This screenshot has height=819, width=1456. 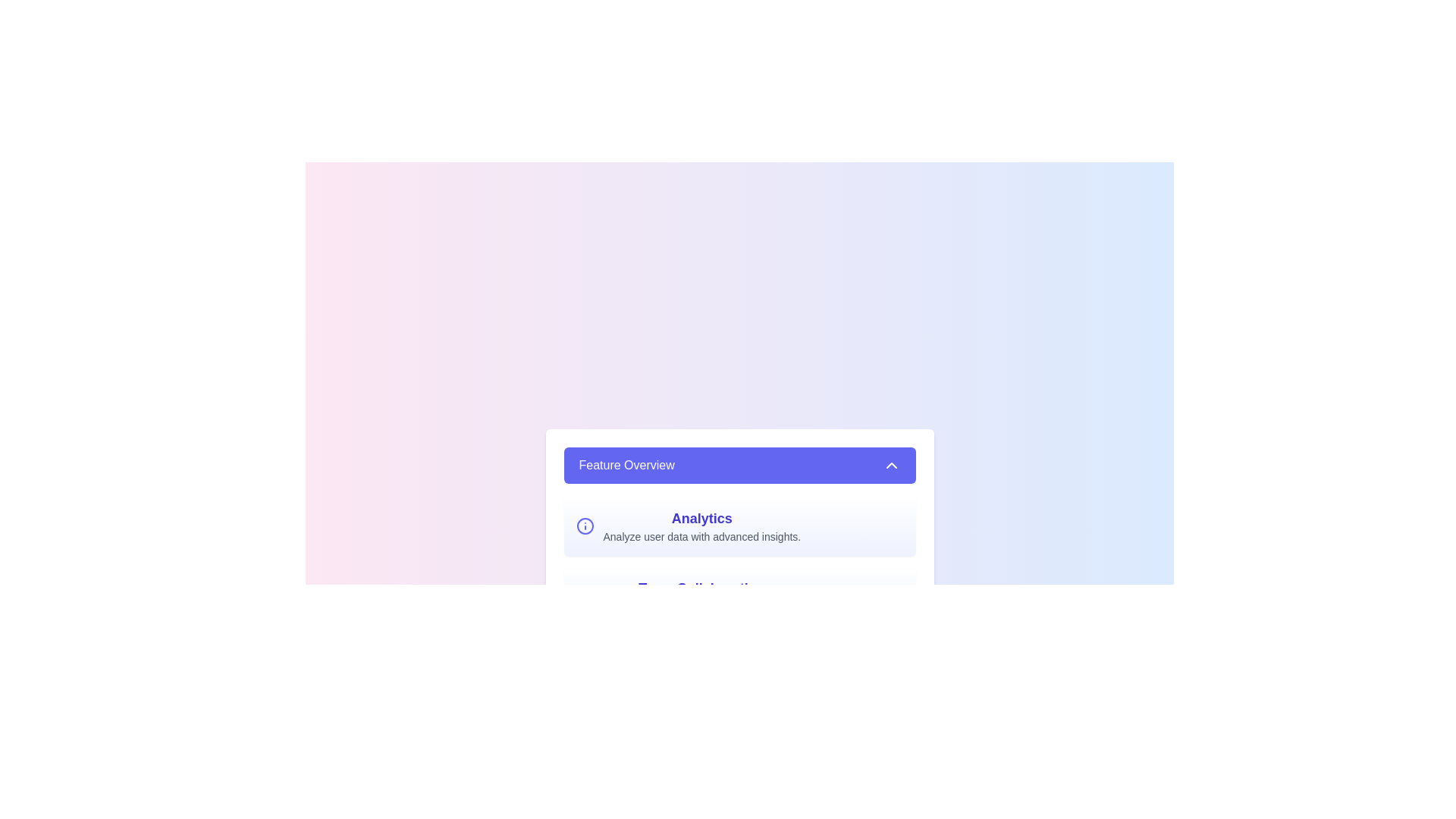 What do you see at coordinates (739, 464) in the screenshot?
I see `the wide rectangular button labeled 'Feature Overview' with a purple background` at bounding box center [739, 464].